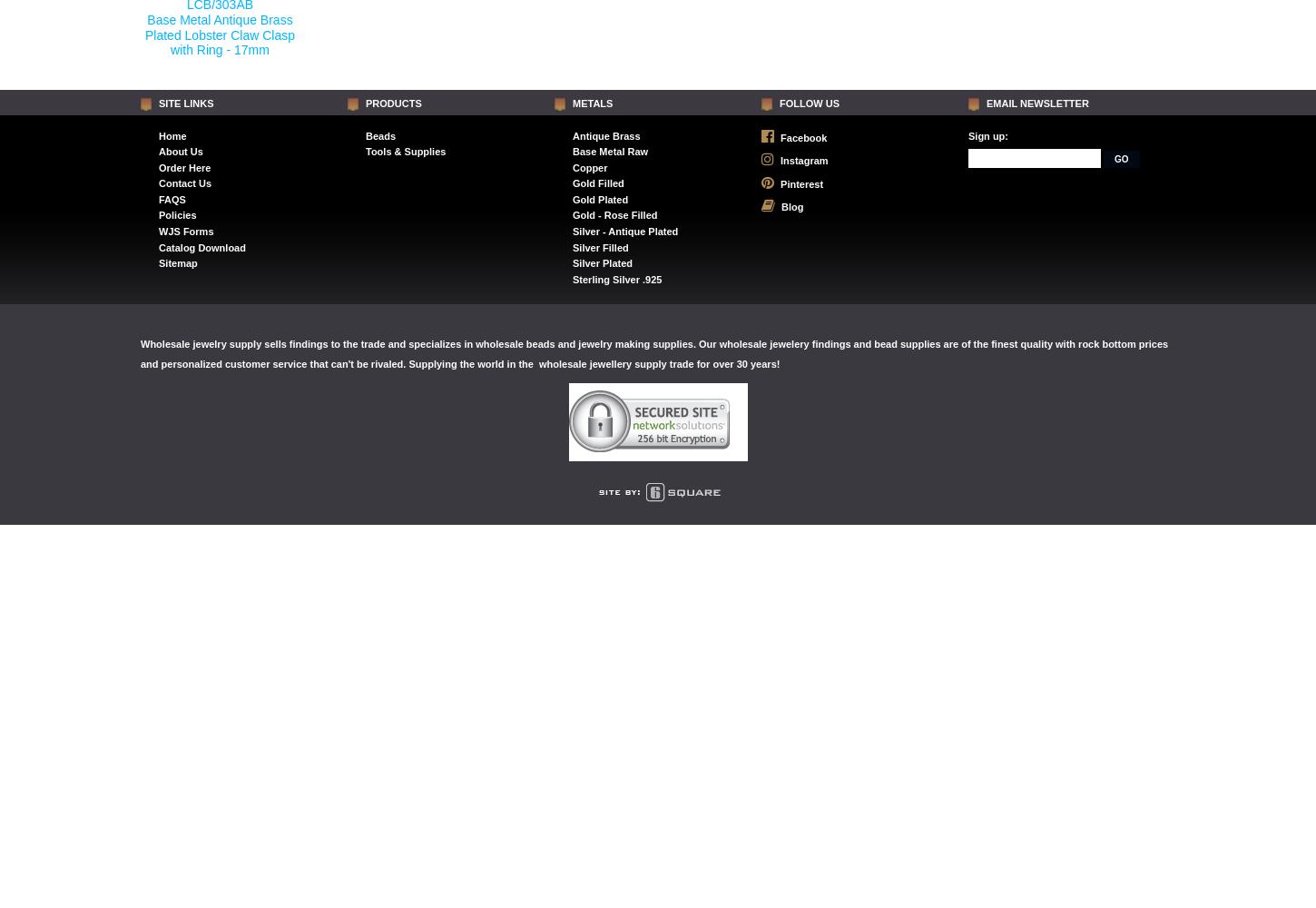 This screenshot has width=1316, height=908. I want to click on 'Sterling Silver .925', so click(616, 279).